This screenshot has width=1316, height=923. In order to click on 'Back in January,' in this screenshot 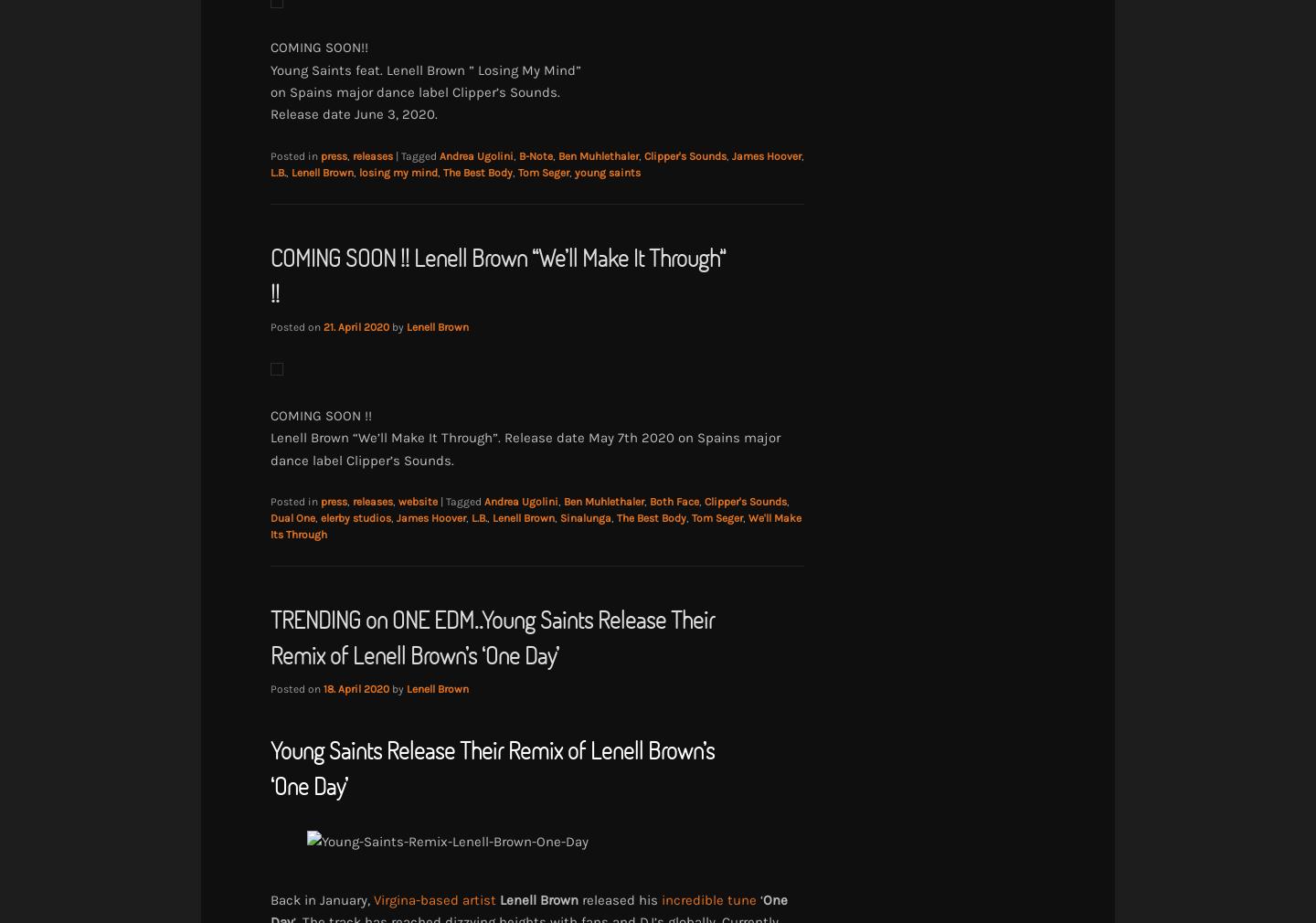, I will do `click(322, 899)`.